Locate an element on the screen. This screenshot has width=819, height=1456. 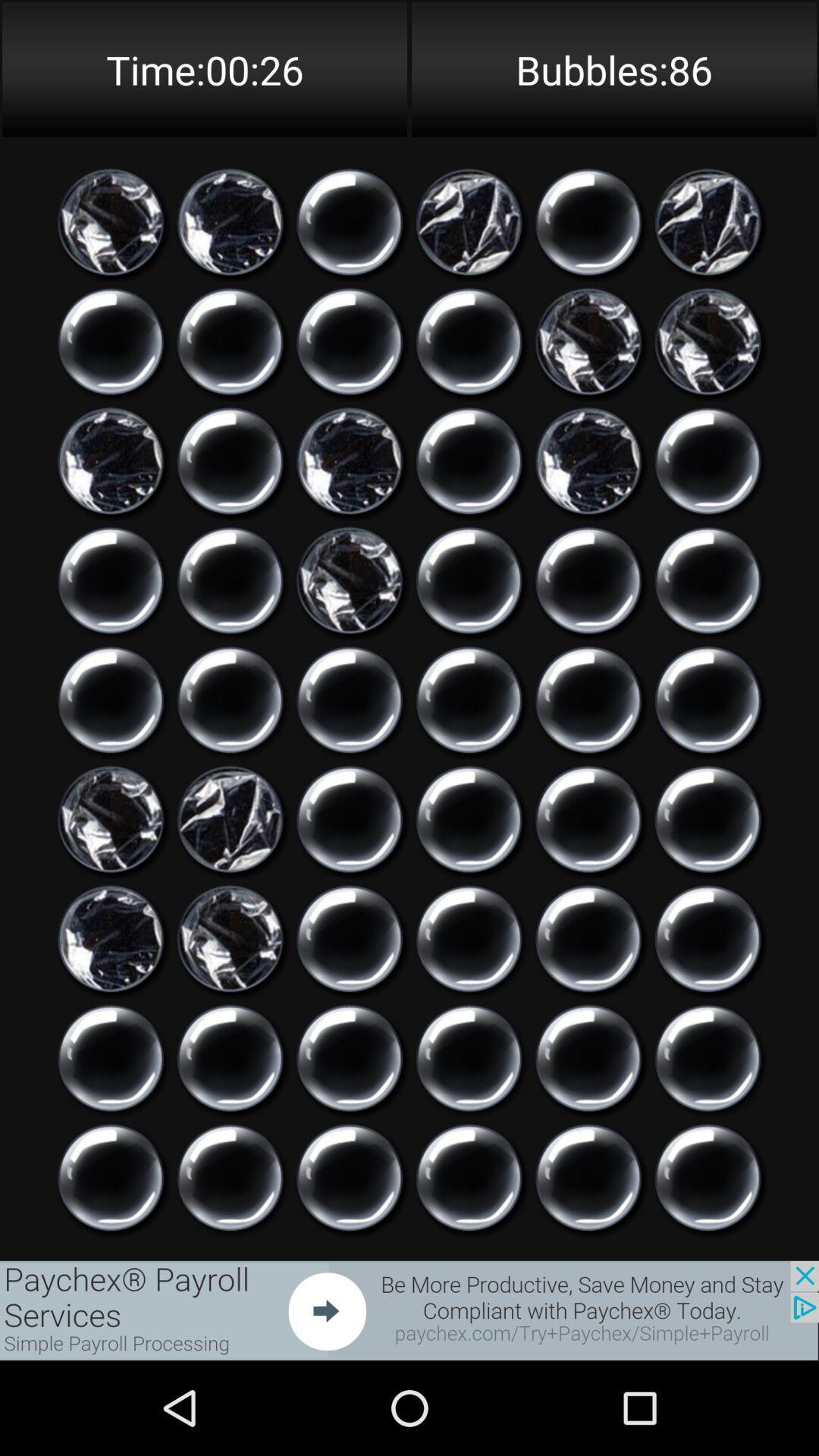
burst the bubble is located at coordinates (708, 938).